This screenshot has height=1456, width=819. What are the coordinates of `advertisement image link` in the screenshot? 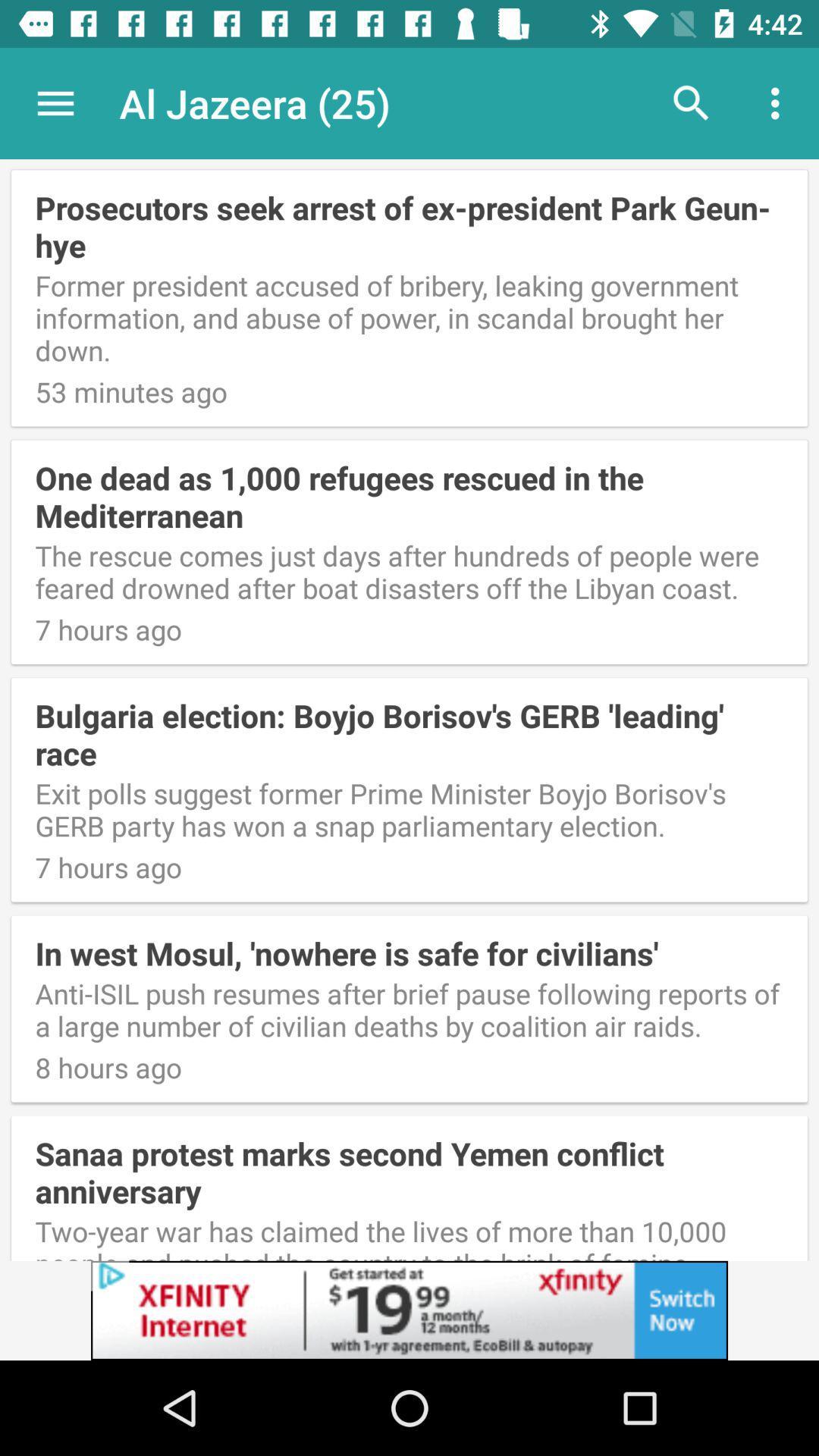 It's located at (409, 1310).